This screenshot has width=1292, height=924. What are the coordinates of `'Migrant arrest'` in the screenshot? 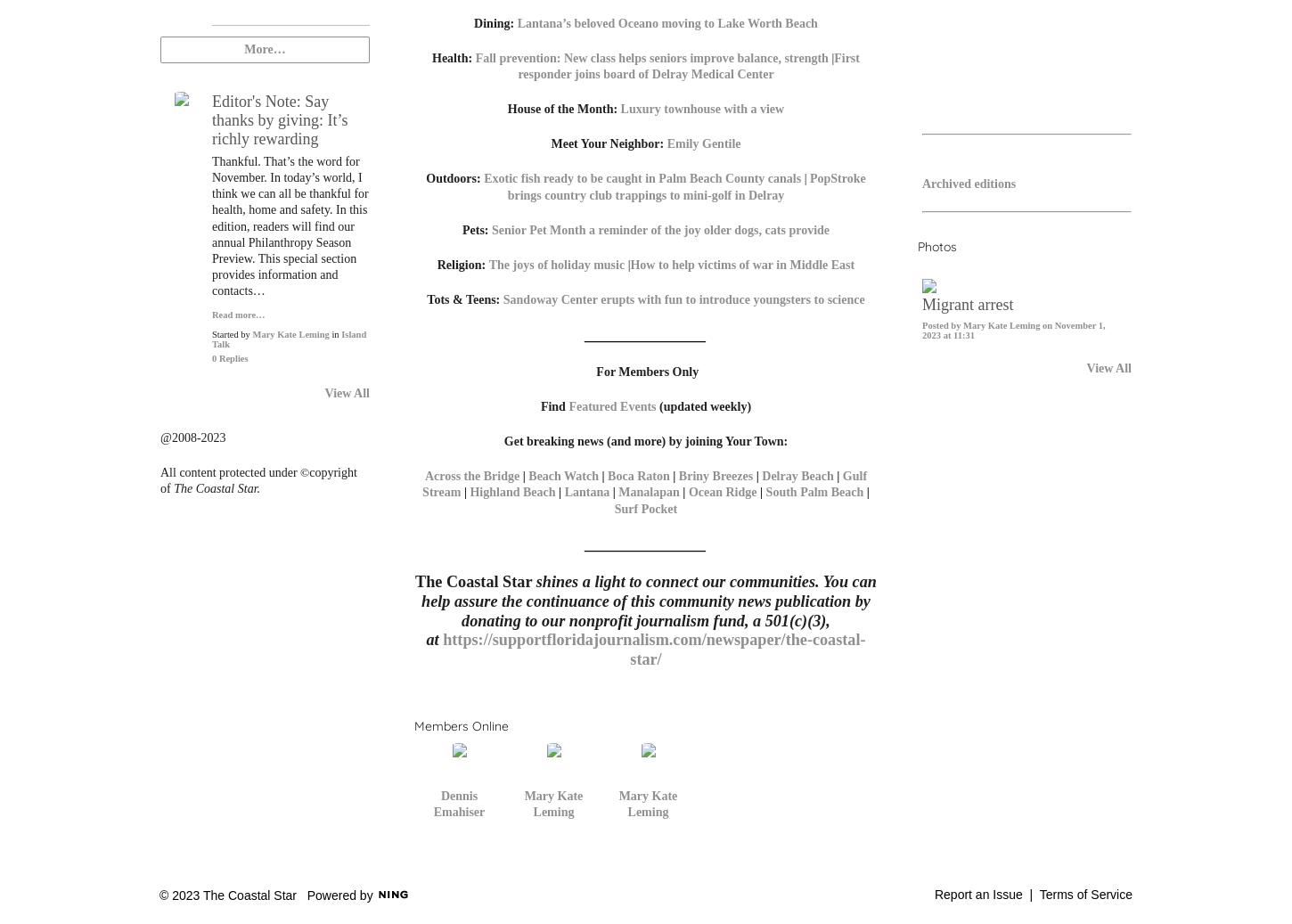 It's located at (968, 304).